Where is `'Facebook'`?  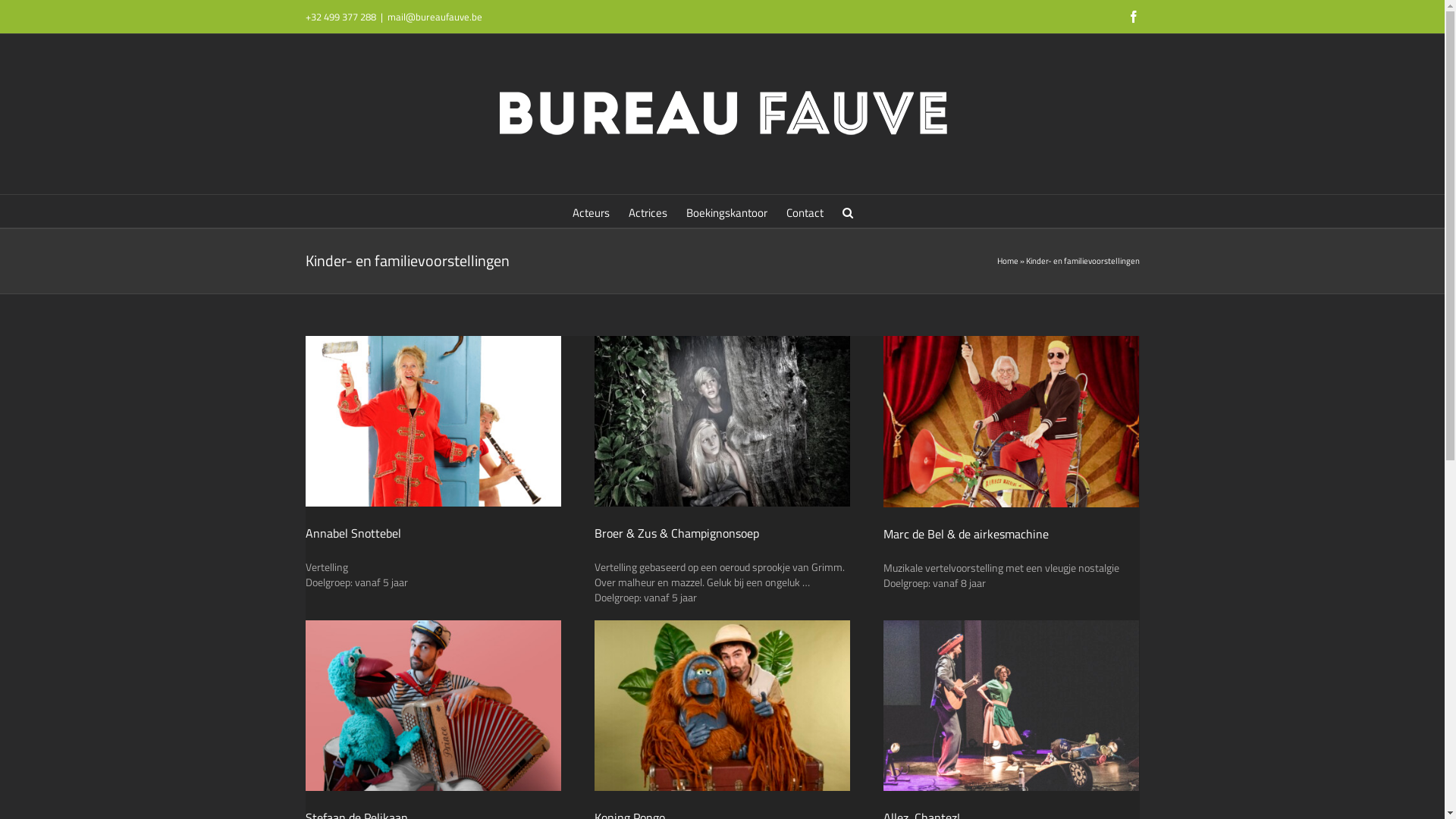 'Facebook' is located at coordinates (1132, 17).